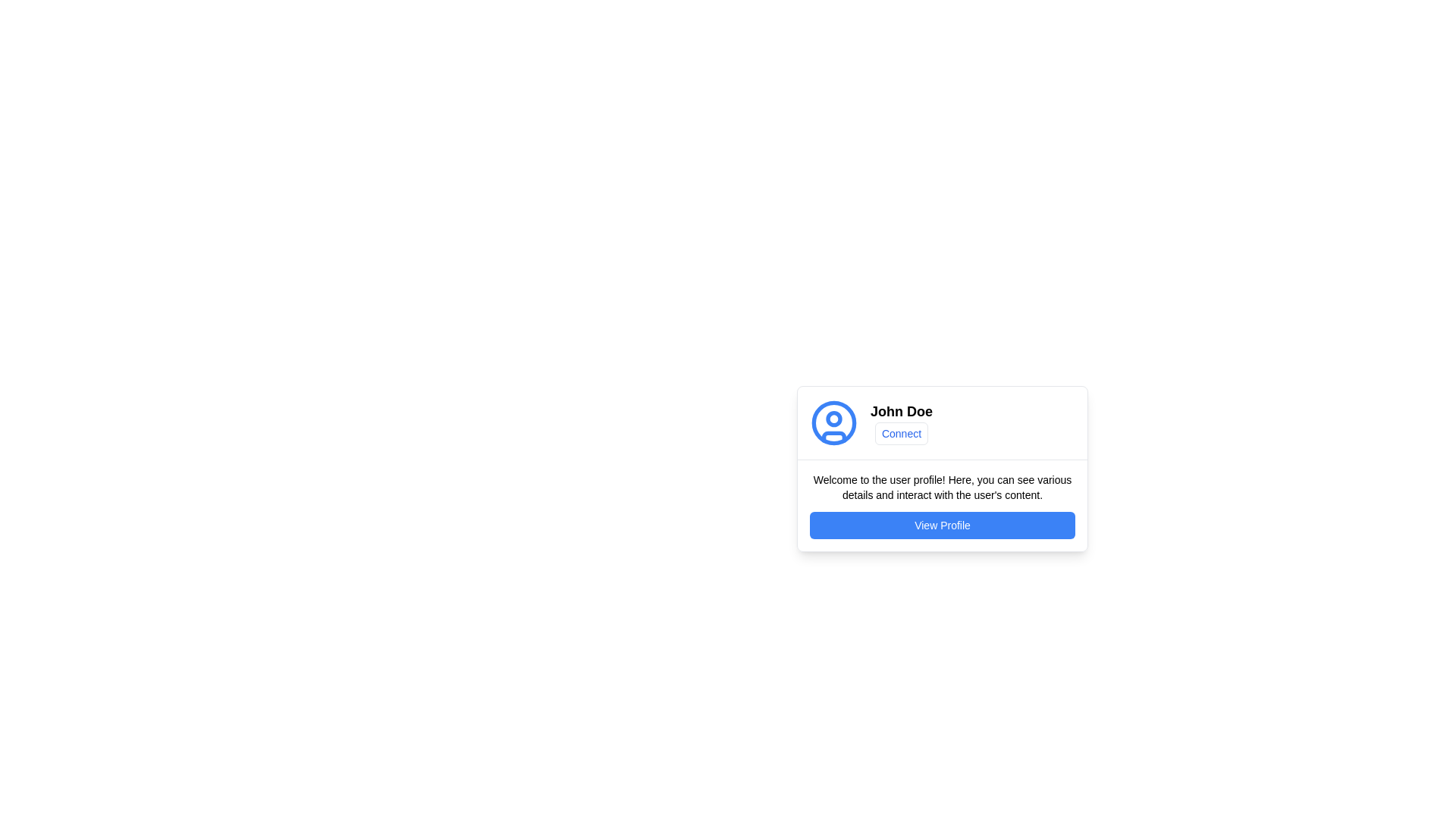 The width and height of the screenshot is (1456, 819). Describe the element at coordinates (902, 423) in the screenshot. I see `the 'Connect' link below 'John Doe' in the user profile card` at that location.